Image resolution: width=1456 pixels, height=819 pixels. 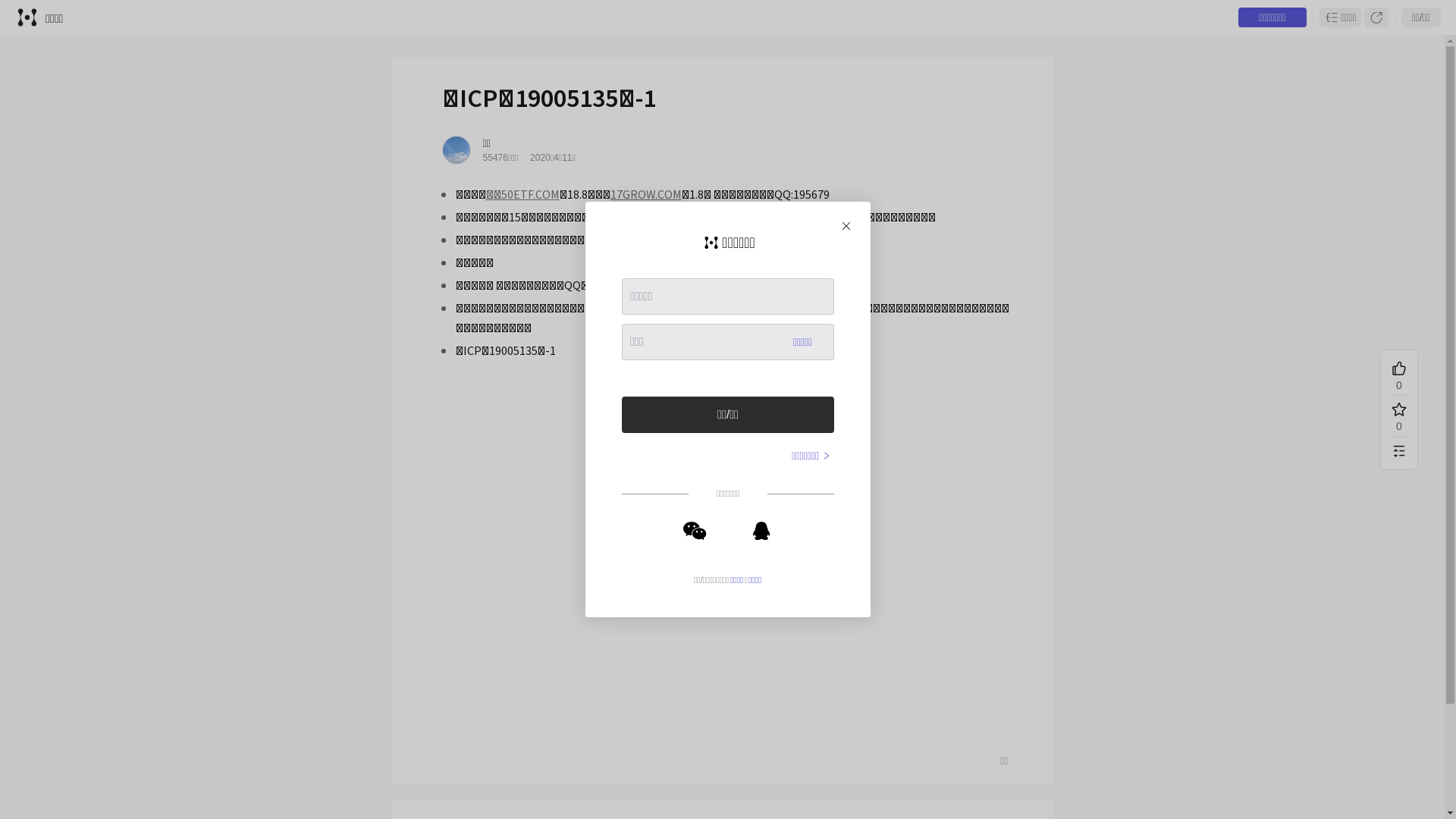 I want to click on '17GROW.COM', so click(x=610, y=194).